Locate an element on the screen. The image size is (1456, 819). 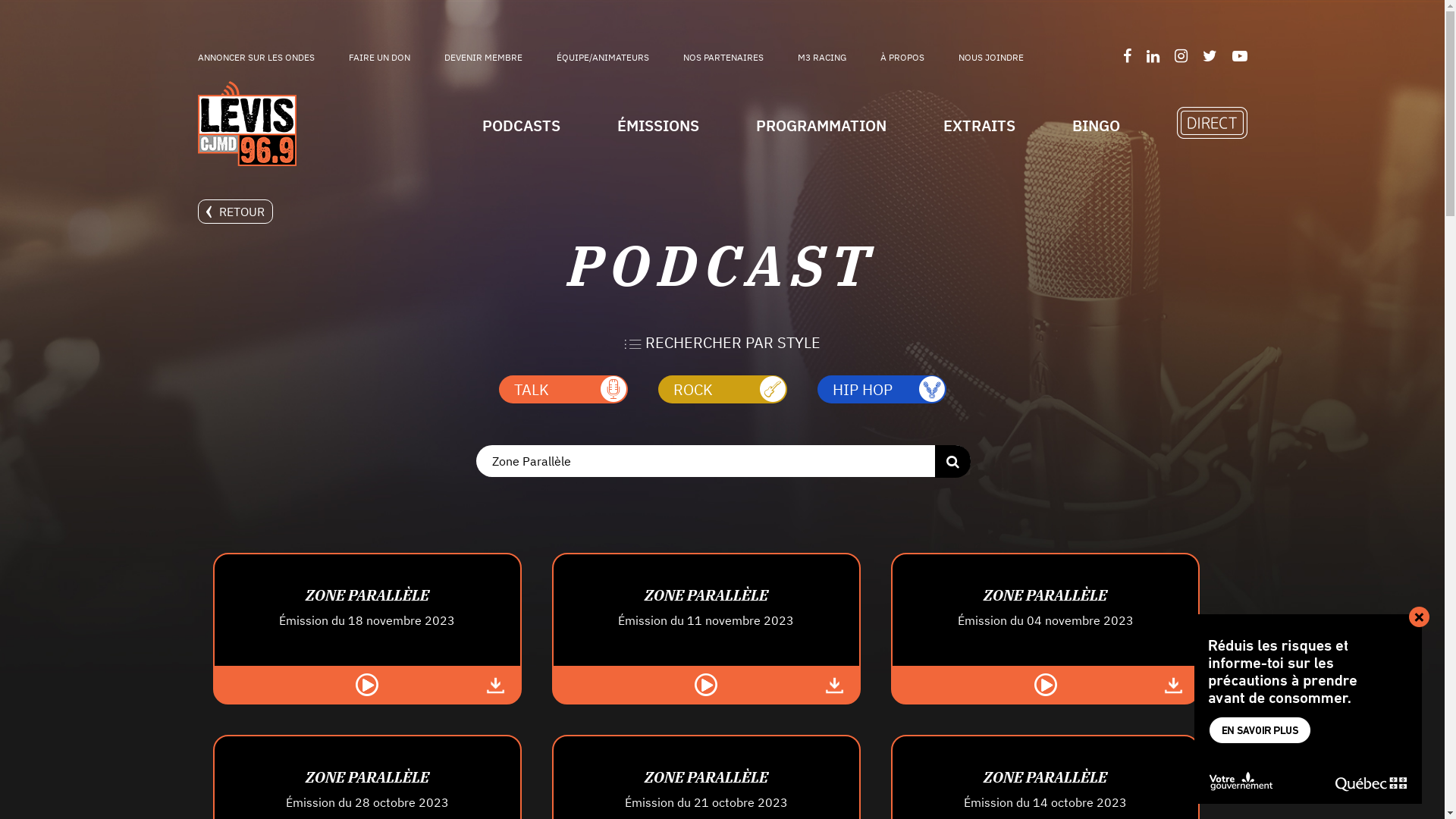
'EXTRAITS' is located at coordinates (979, 124).